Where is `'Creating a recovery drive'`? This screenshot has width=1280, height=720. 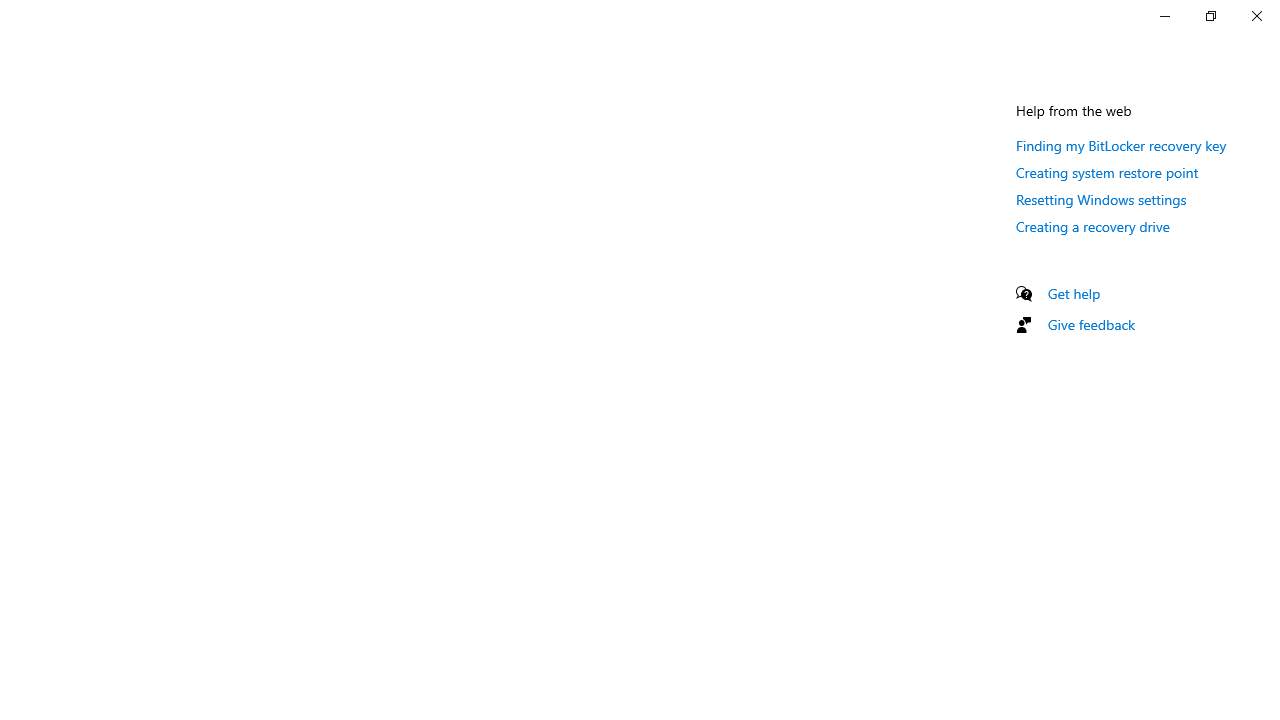 'Creating a recovery drive' is located at coordinates (1092, 225).